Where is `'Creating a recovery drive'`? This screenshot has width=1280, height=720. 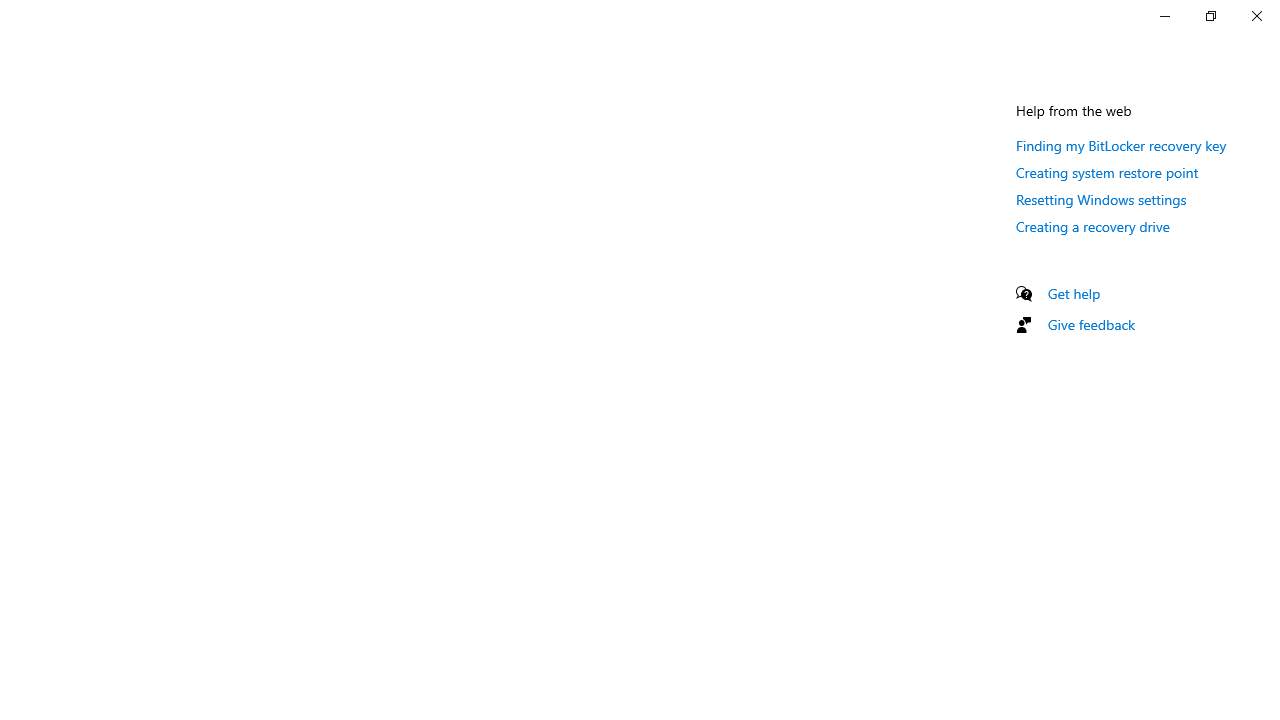 'Creating a recovery drive' is located at coordinates (1092, 225).